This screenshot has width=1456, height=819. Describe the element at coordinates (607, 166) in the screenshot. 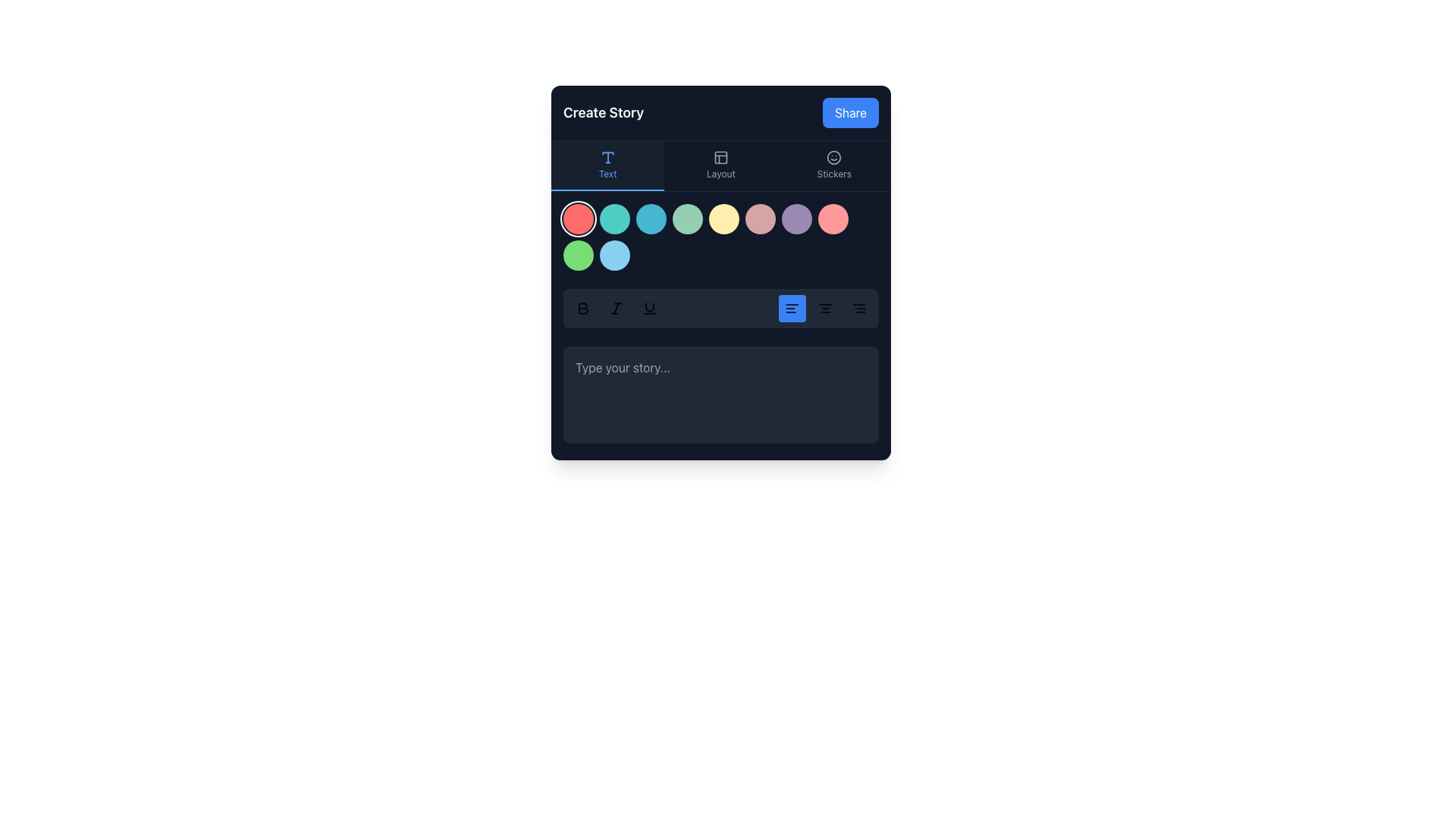

I see `the 'Text' button located in the top-left section of the menu bar` at that location.